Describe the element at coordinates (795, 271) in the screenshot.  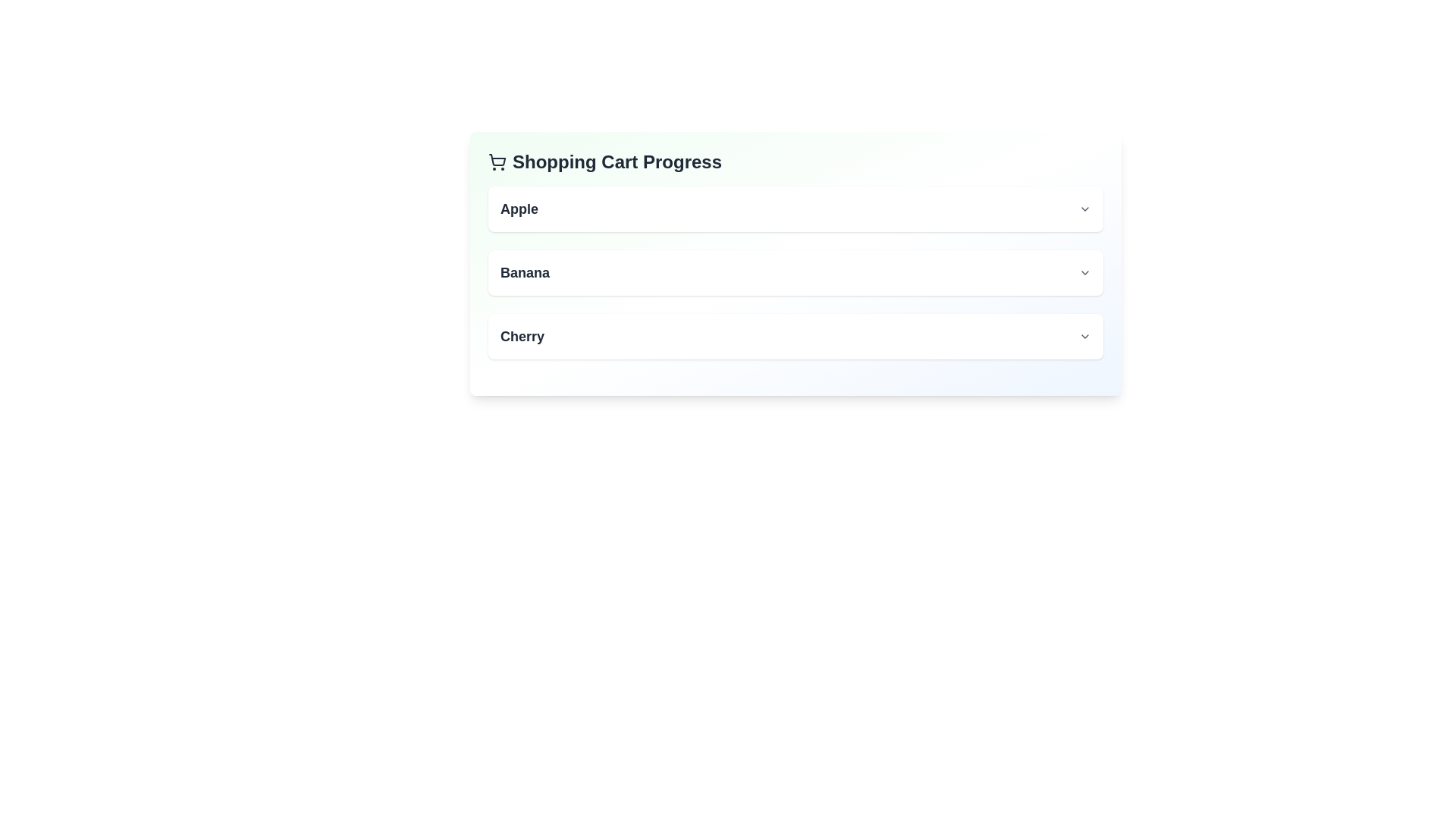
I see `the Dropdown Trigger labeled 'Banana'` at that location.